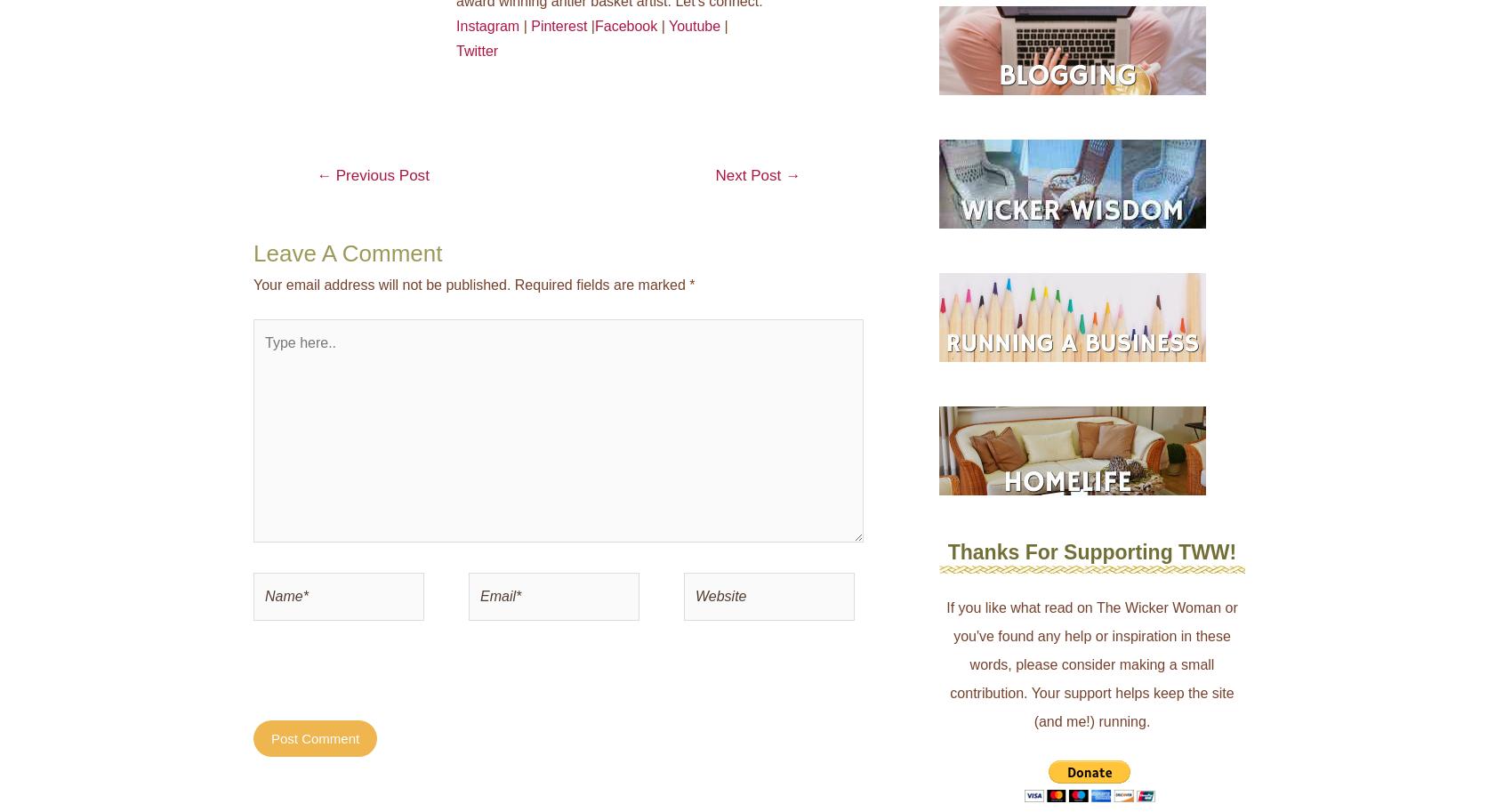 Image resolution: width=1512 pixels, height=812 pixels. I want to click on 'Twitter', so click(476, 49).